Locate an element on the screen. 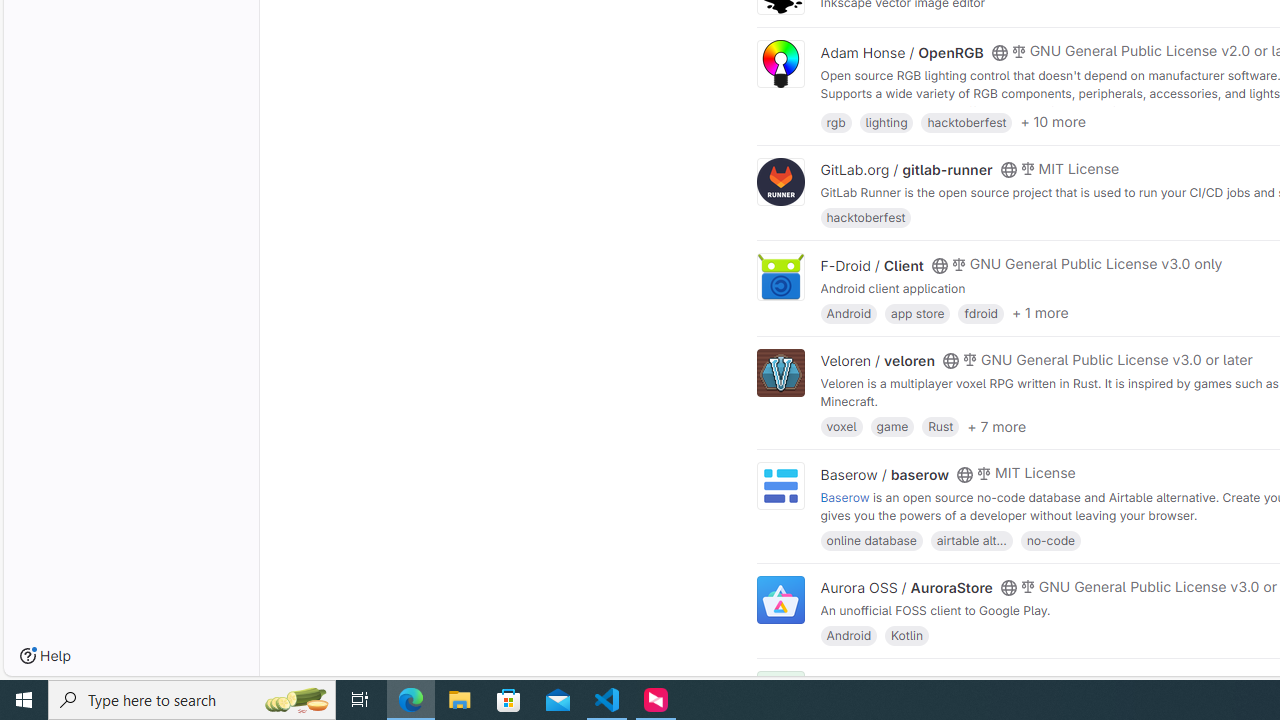 Image resolution: width=1280 pixels, height=720 pixels. 'airtable alt...' is located at coordinates (971, 538).